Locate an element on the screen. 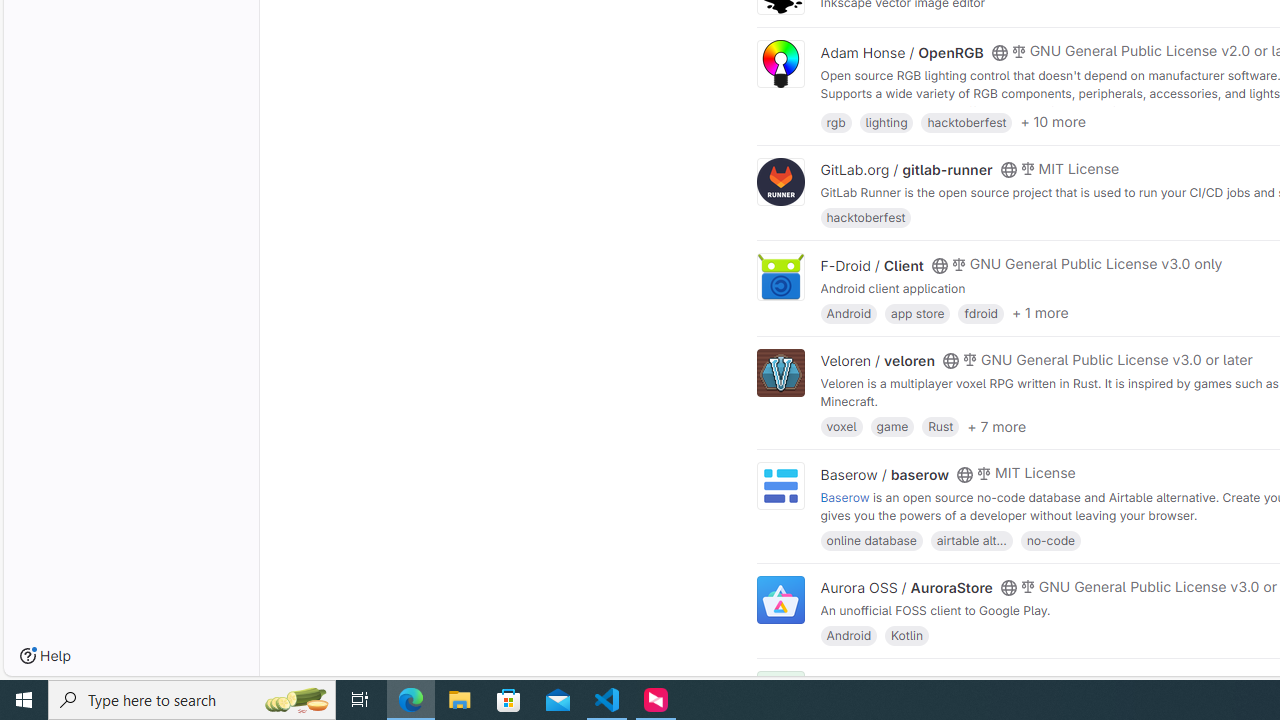 Image resolution: width=1280 pixels, height=720 pixels. 'airtable alt...' is located at coordinates (971, 538).